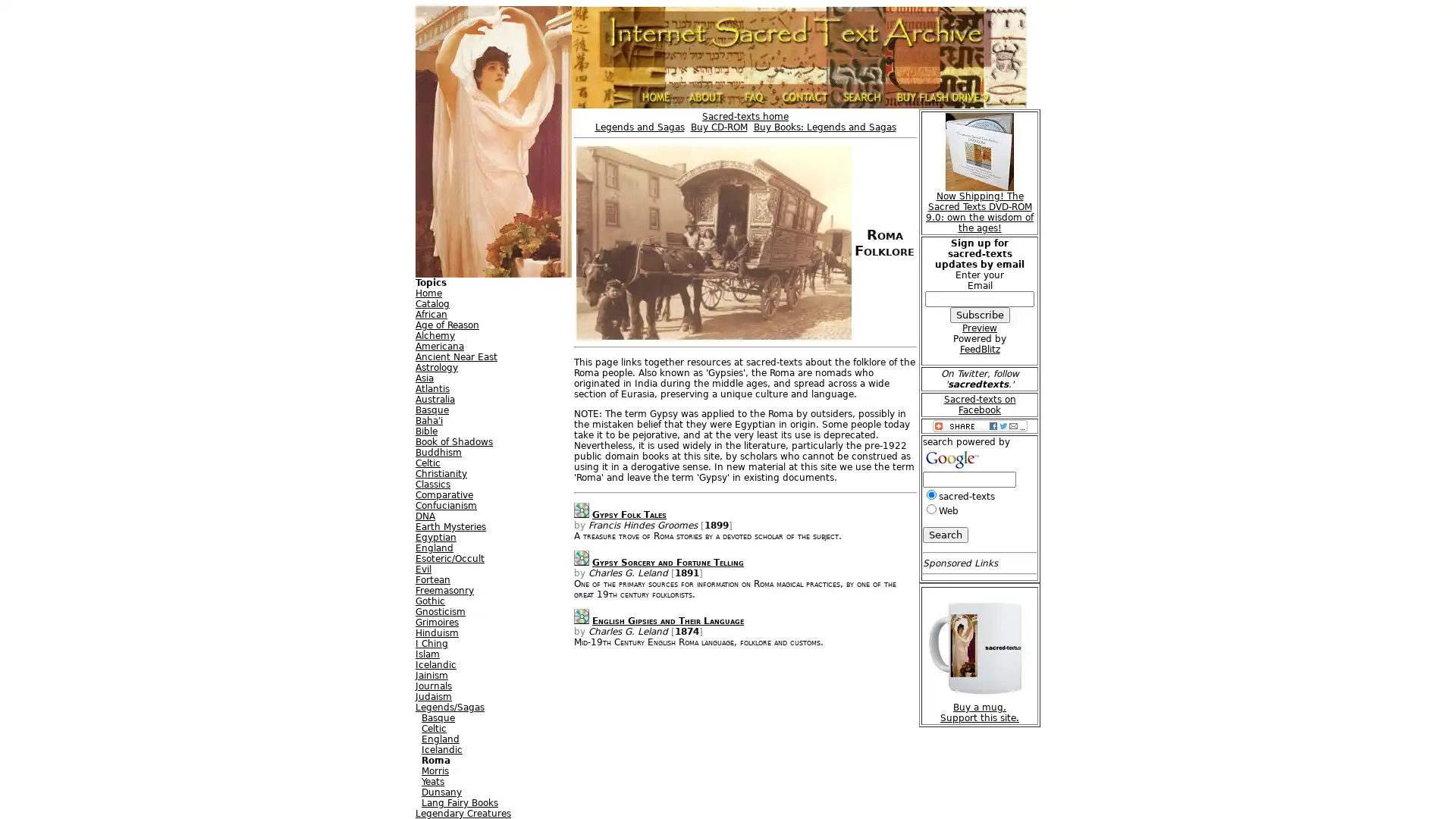 This screenshot has height=819, width=1456. I want to click on Search, so click(945, 534).